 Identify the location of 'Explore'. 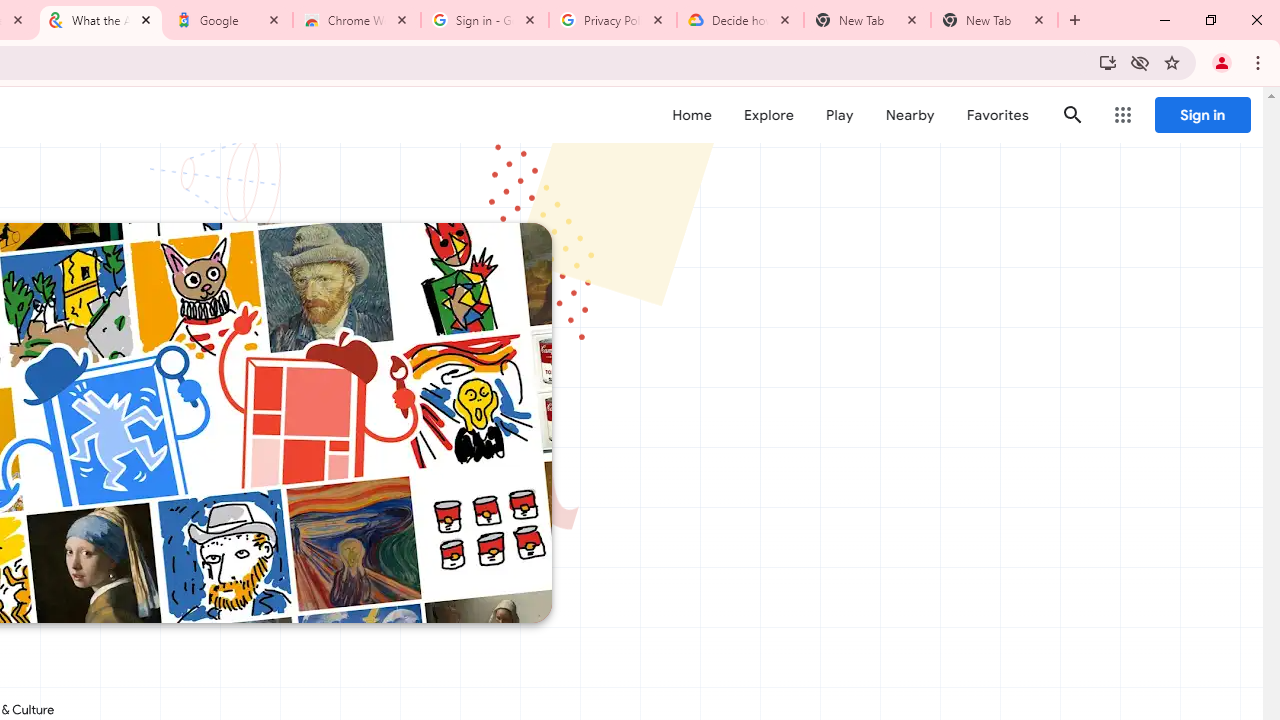
(767, 115).